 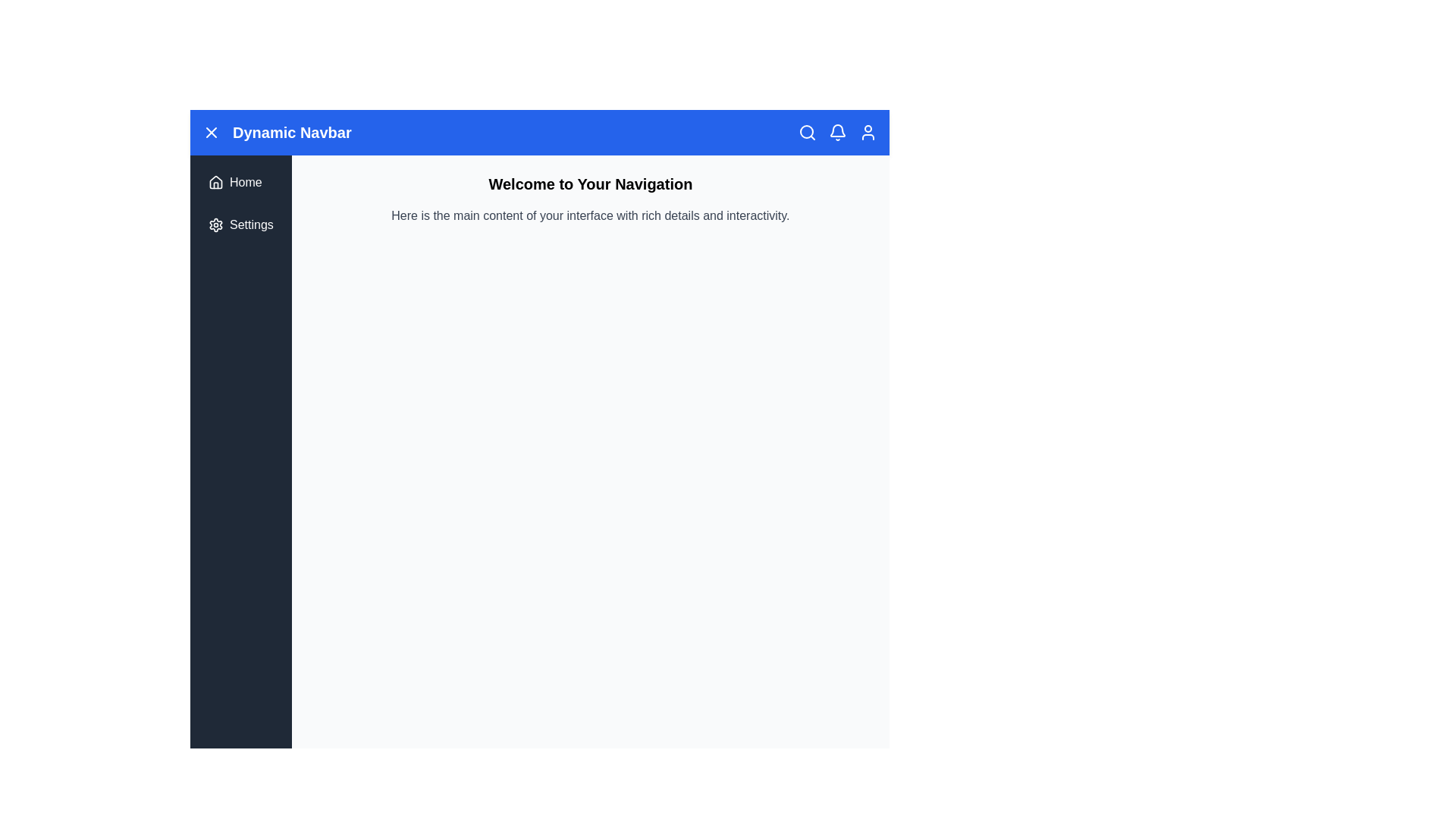 I want to click on the search button located in the top-right corner of the main navigation bar to interact with its hover effect, so click(x=807, y=131).